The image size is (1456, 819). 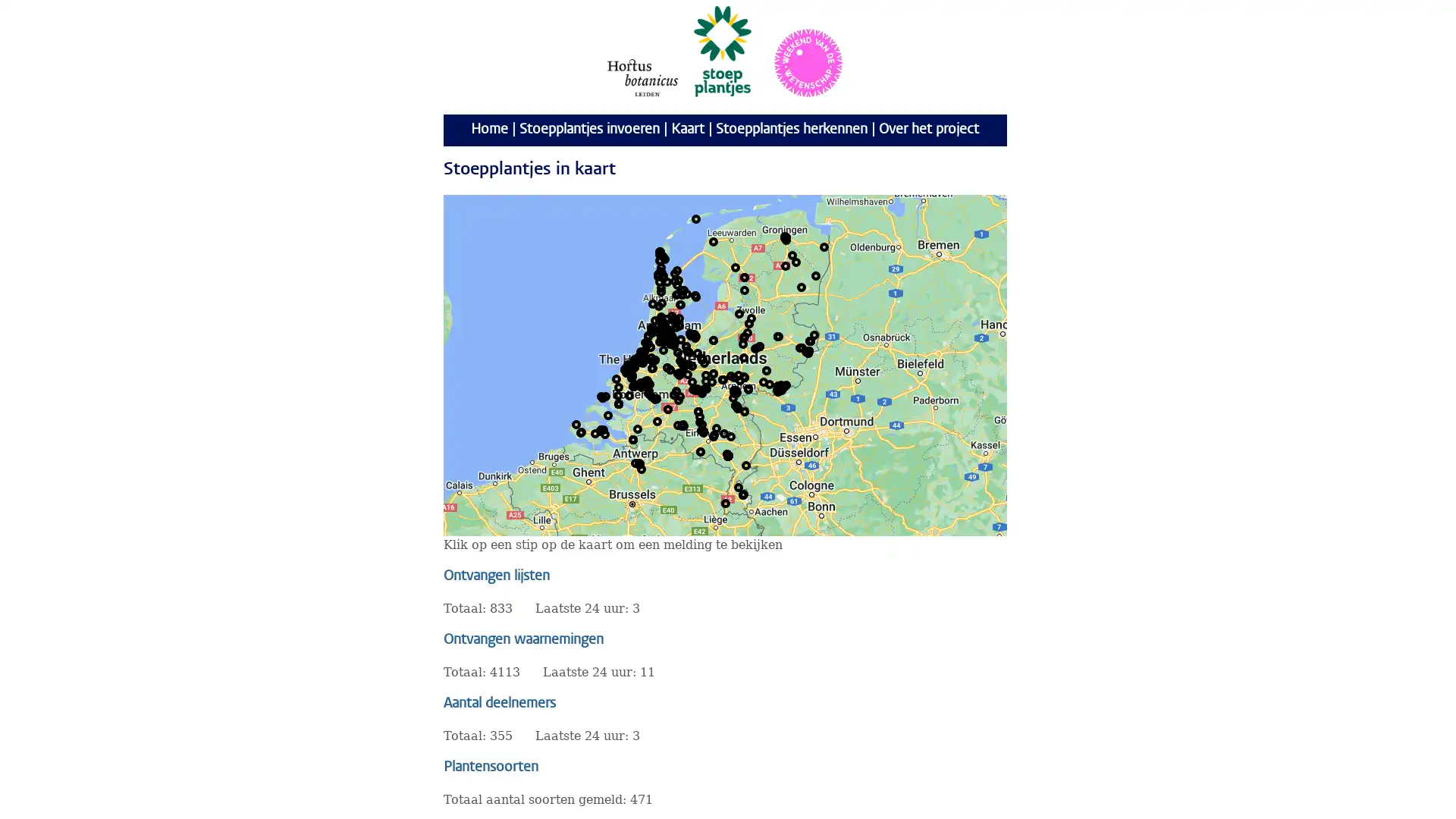 I want to click on Telling van Maartje op 21 april 2022, so click(x=669, y=333).